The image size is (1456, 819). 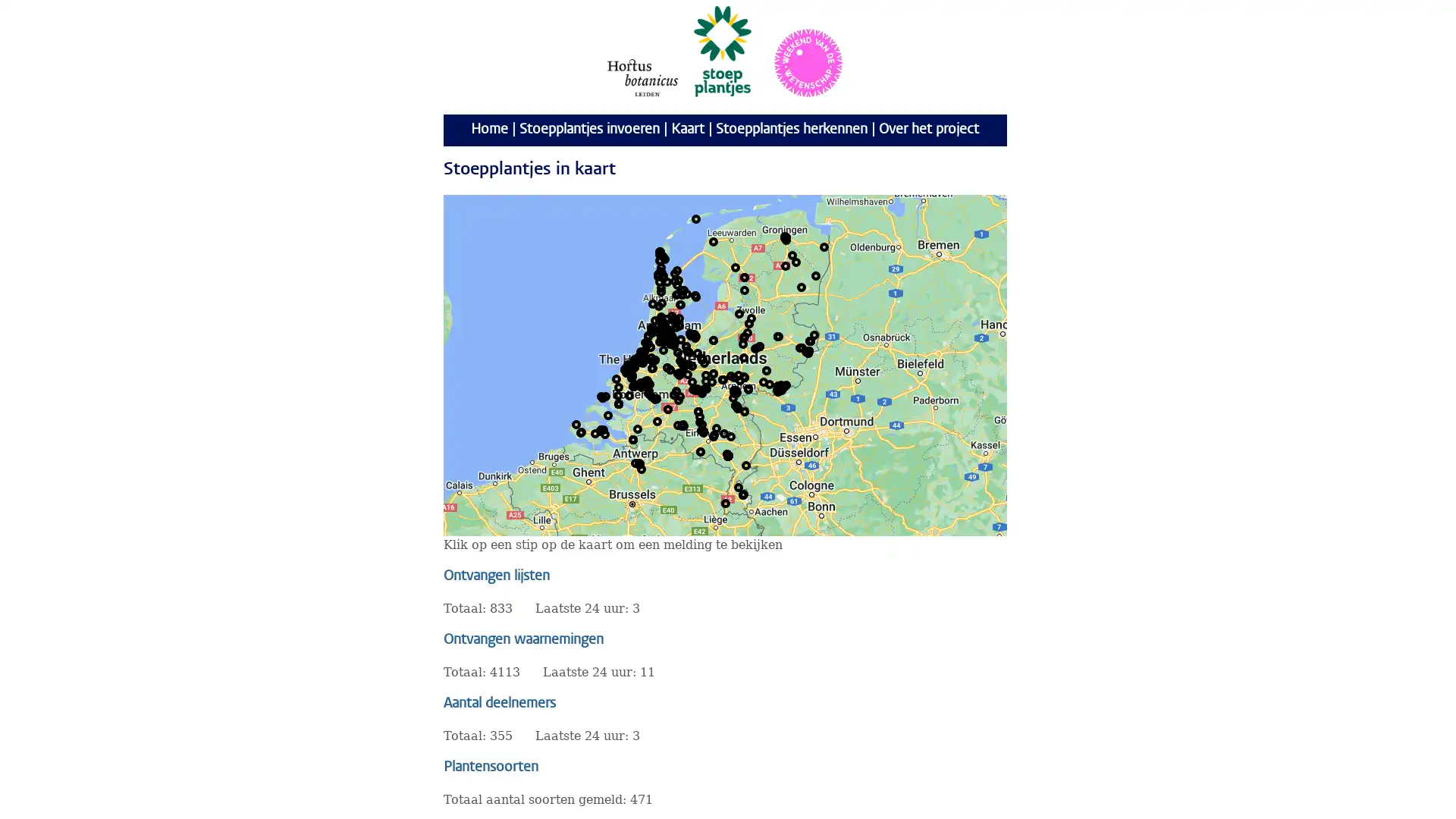 I want to click on Telling van Maartje op 21 april 2022, so click(x=669, y=333).